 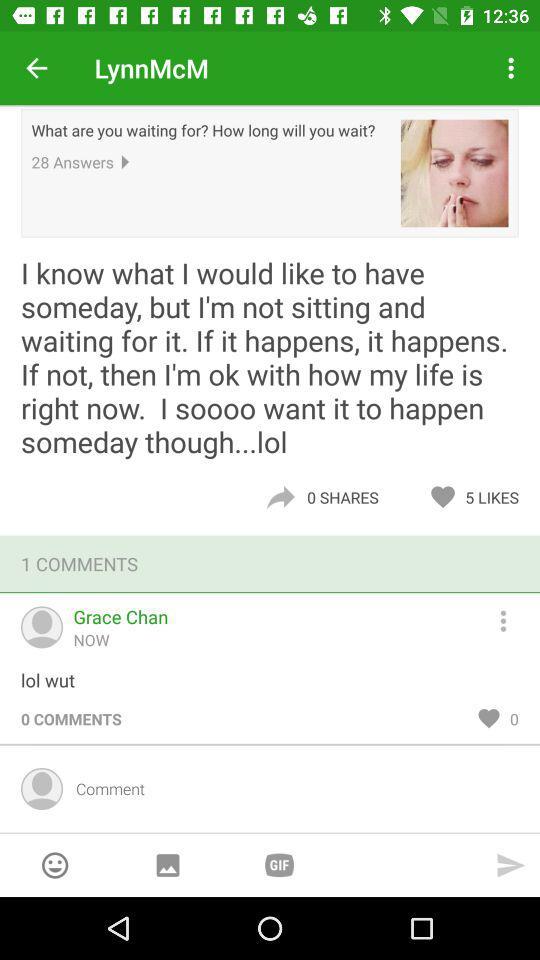 What do you see at coordinates (166, 864) in the screenshot?
I see `send a picture` at bounding box center [166, 864].